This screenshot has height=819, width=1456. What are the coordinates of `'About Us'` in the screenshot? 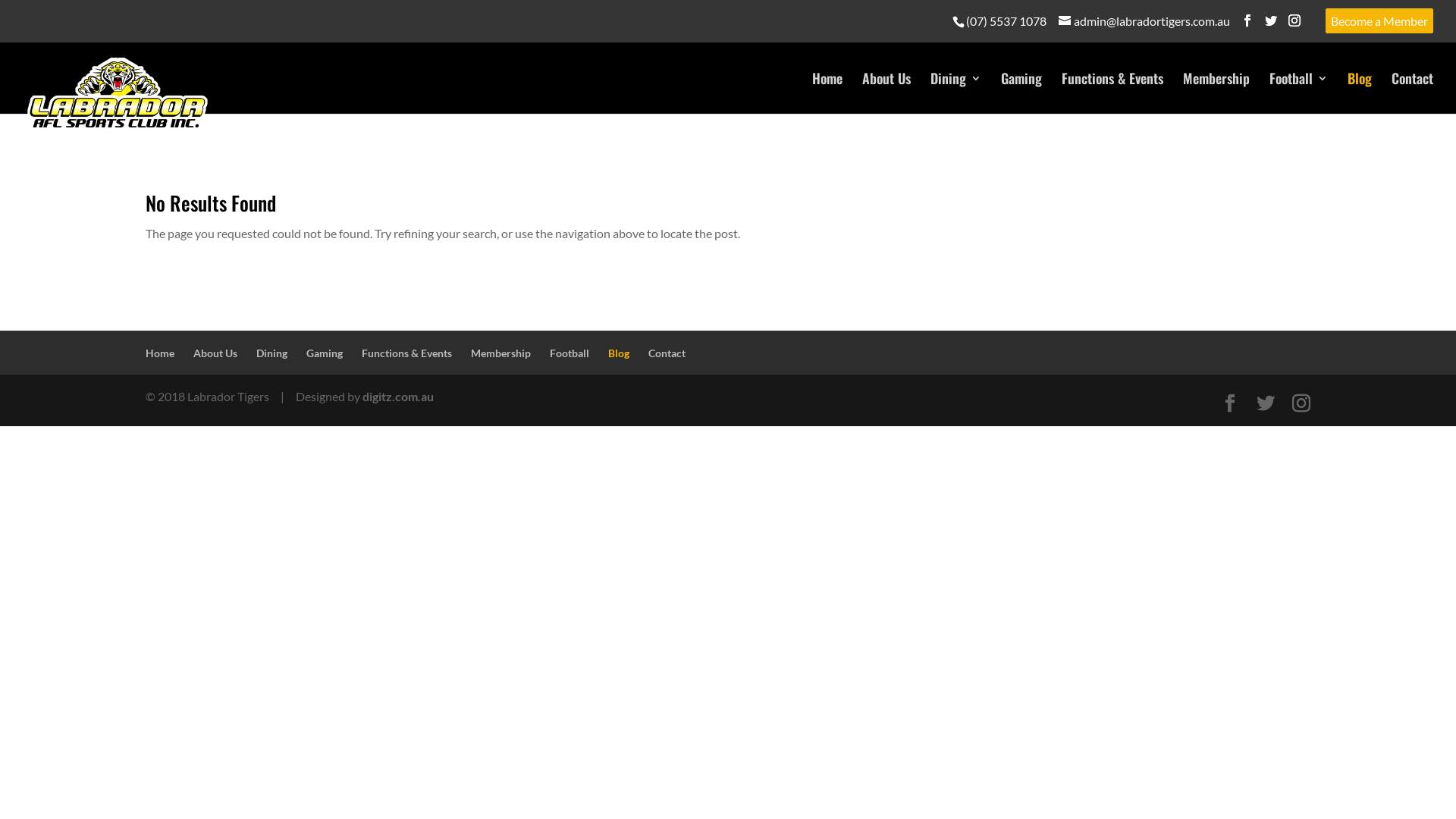 It's located at (214, 353).